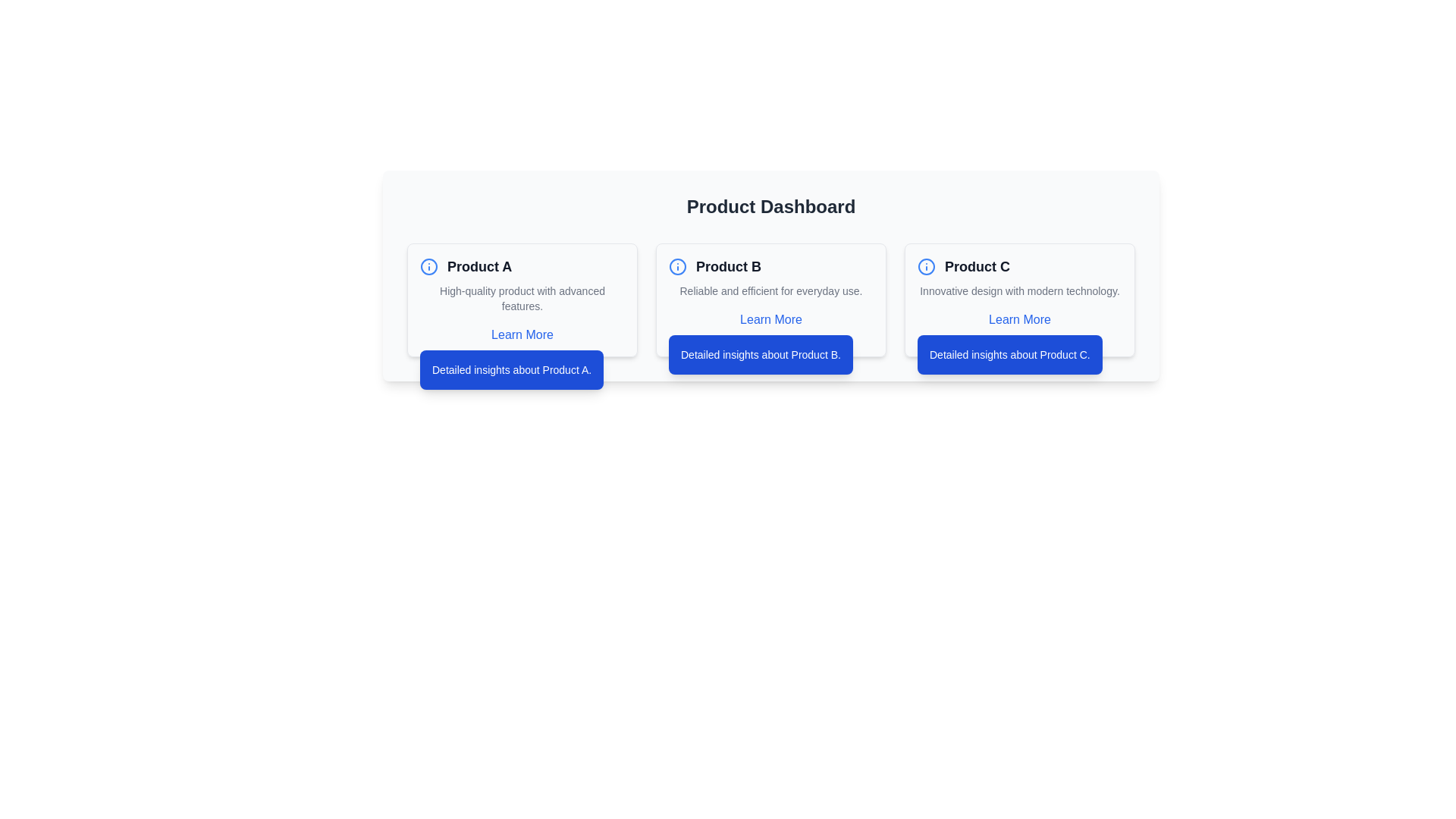  I want to click on the second card titled 'Product B' in the grid layout, so click(771, 300).